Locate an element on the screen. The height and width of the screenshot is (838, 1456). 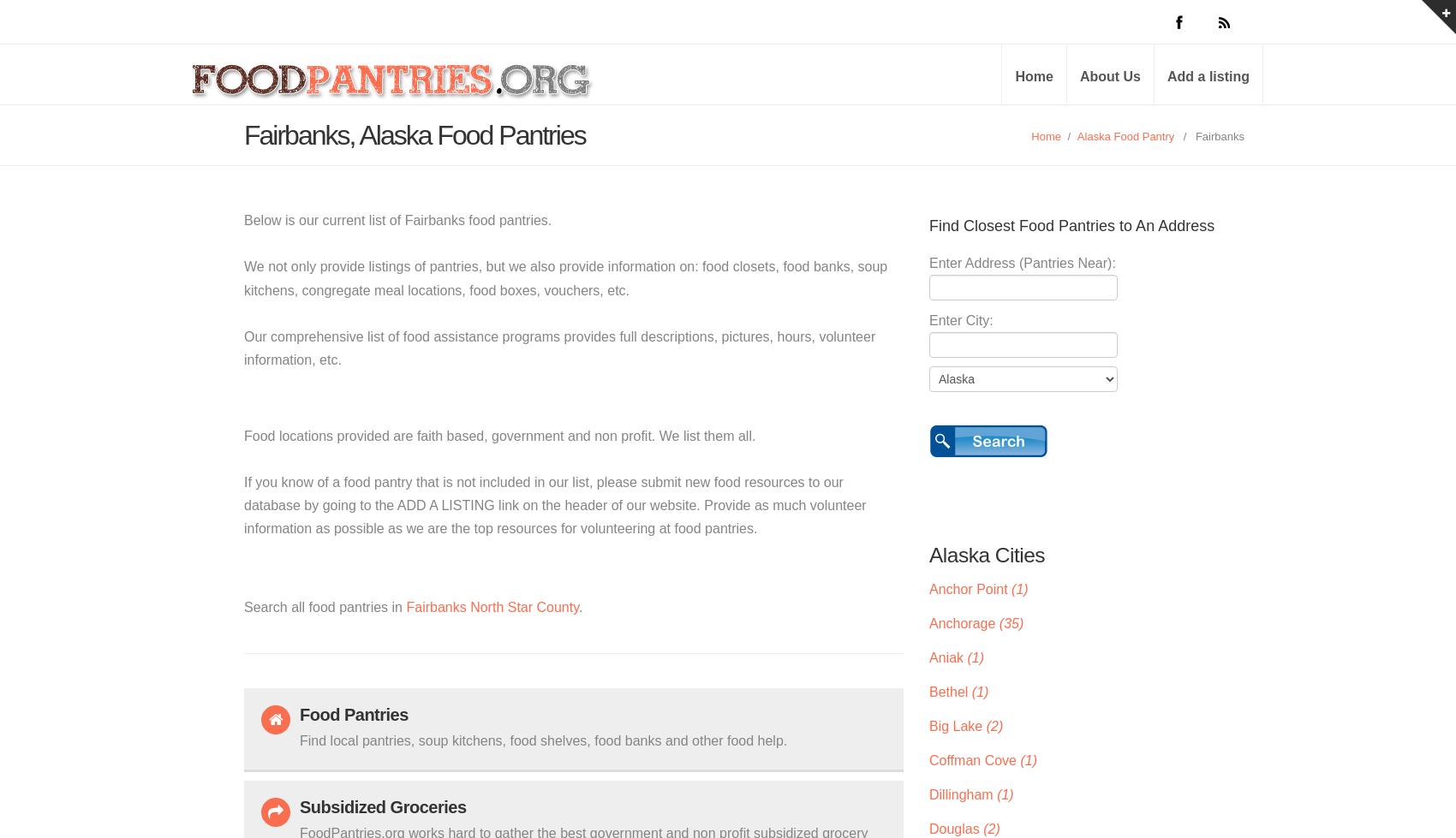
'Anchorage' is located at coordinates (964, 621).